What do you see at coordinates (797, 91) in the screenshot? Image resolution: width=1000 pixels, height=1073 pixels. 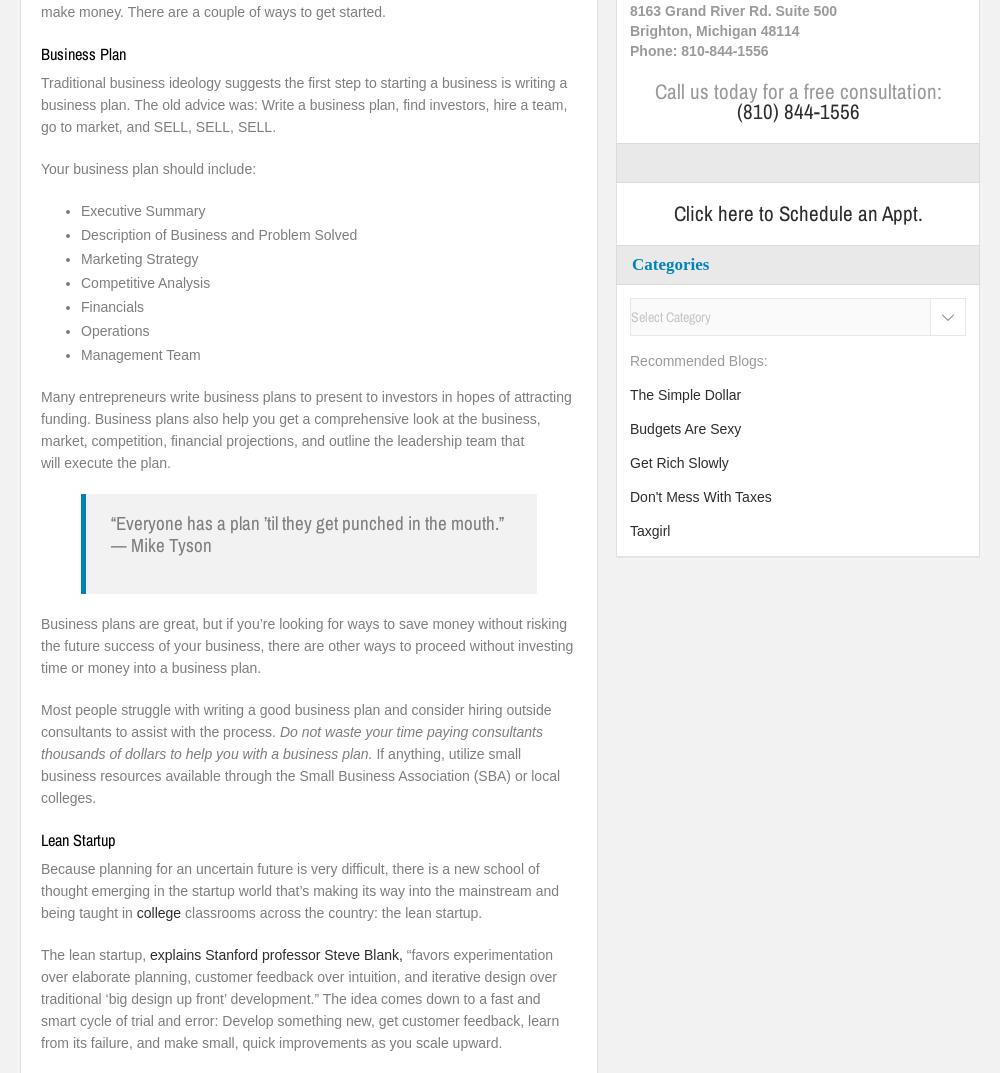 I see `'Call us today for a
free consultation:'` at bounding box center [797, 91].